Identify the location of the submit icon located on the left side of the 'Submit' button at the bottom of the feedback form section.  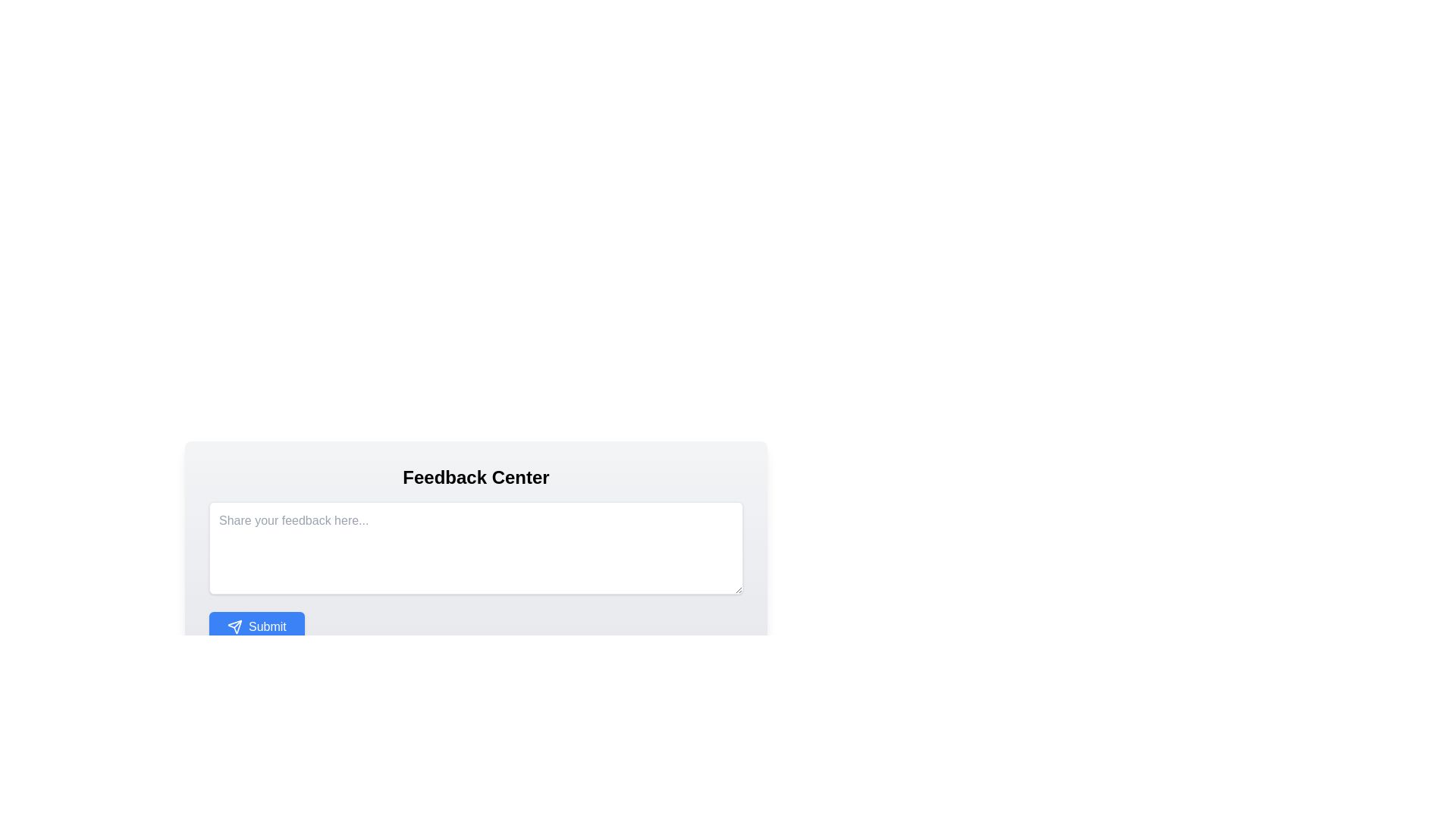
(234, 626).